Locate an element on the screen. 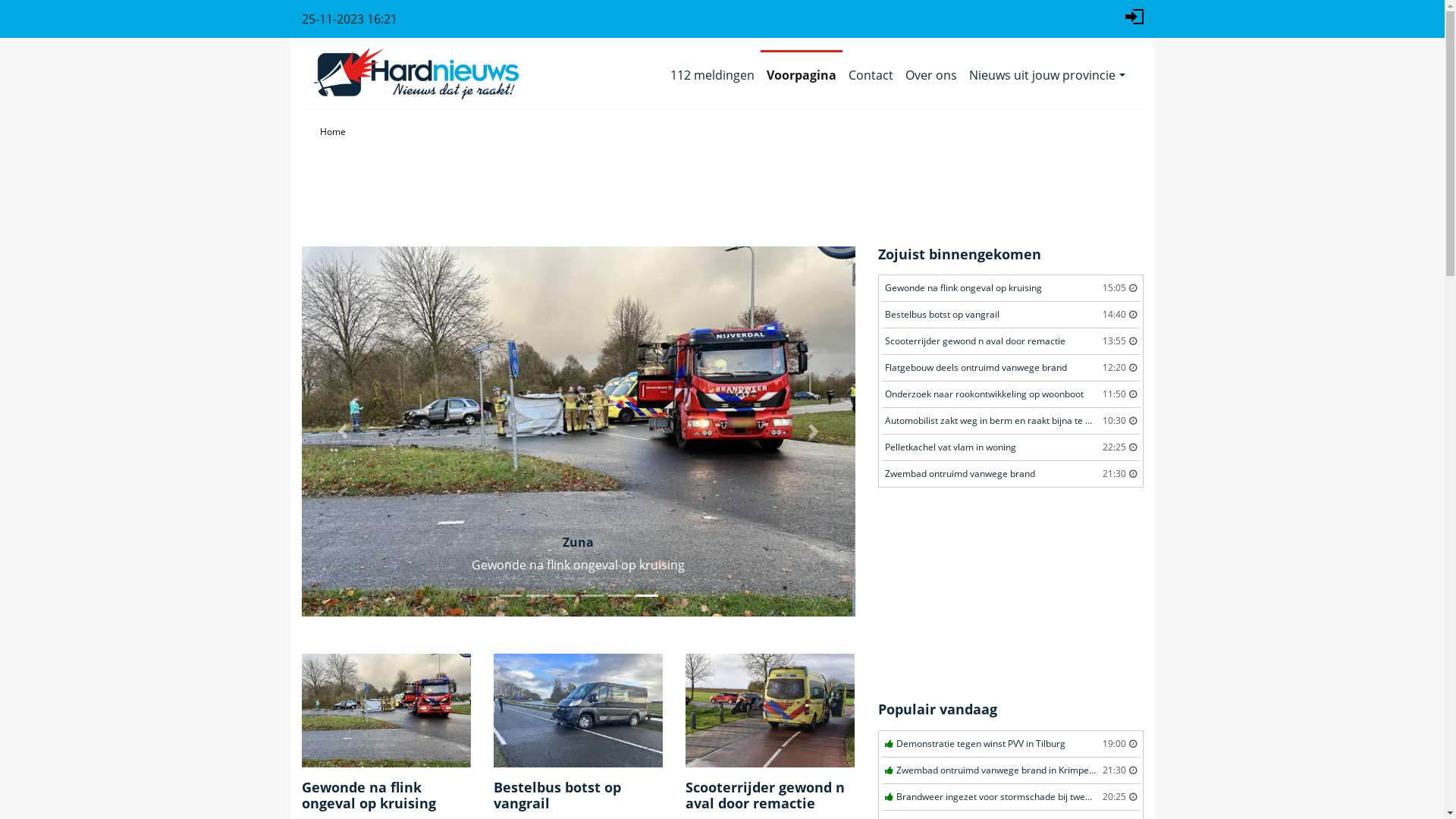 The width and height of the screenshot is (1456, 819). 'Home' is located at coordinates (331, 130).